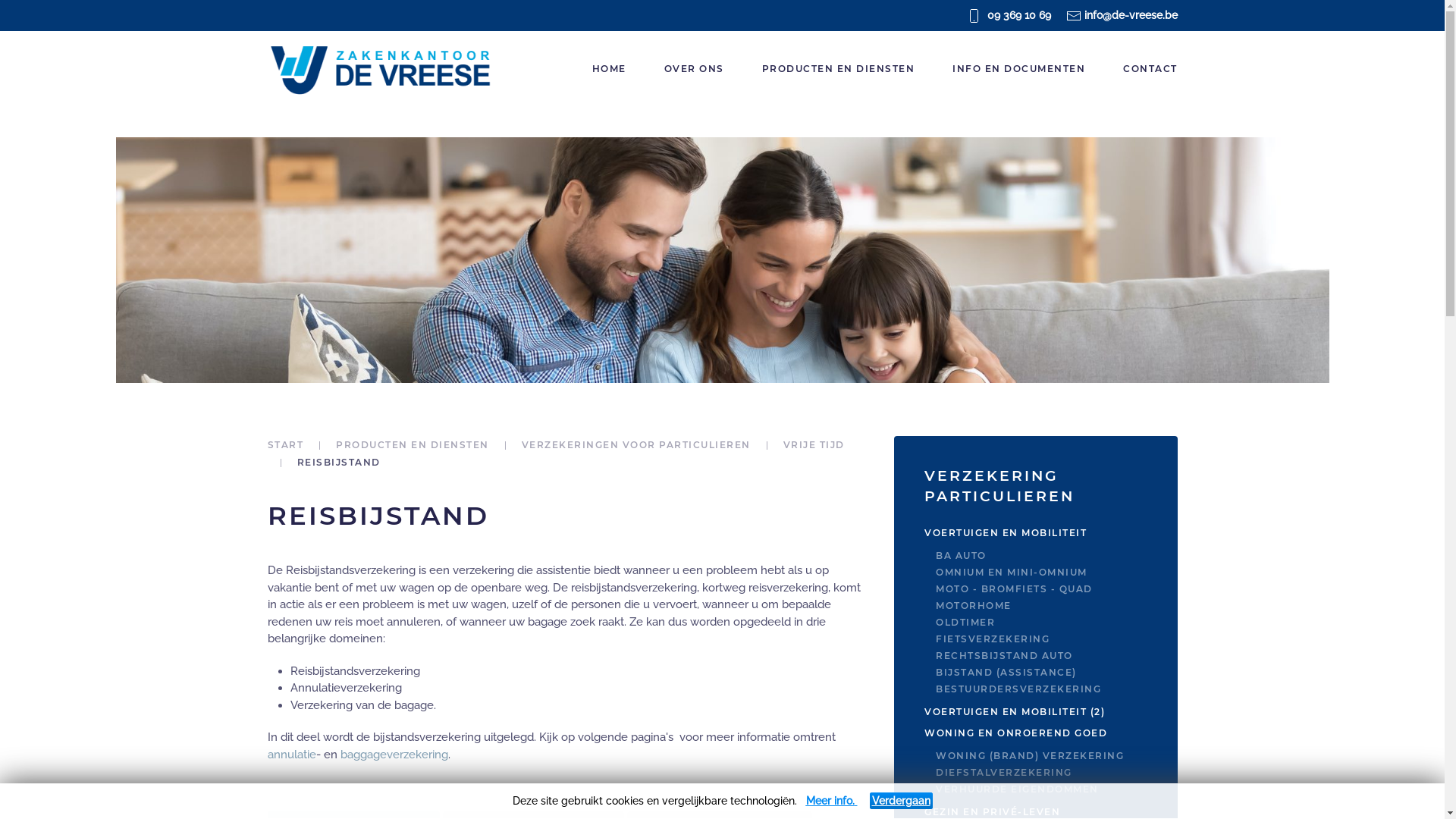 The image size is (1456, 819). I want to click on 'VRIJE TIJD', so click(783, 444).